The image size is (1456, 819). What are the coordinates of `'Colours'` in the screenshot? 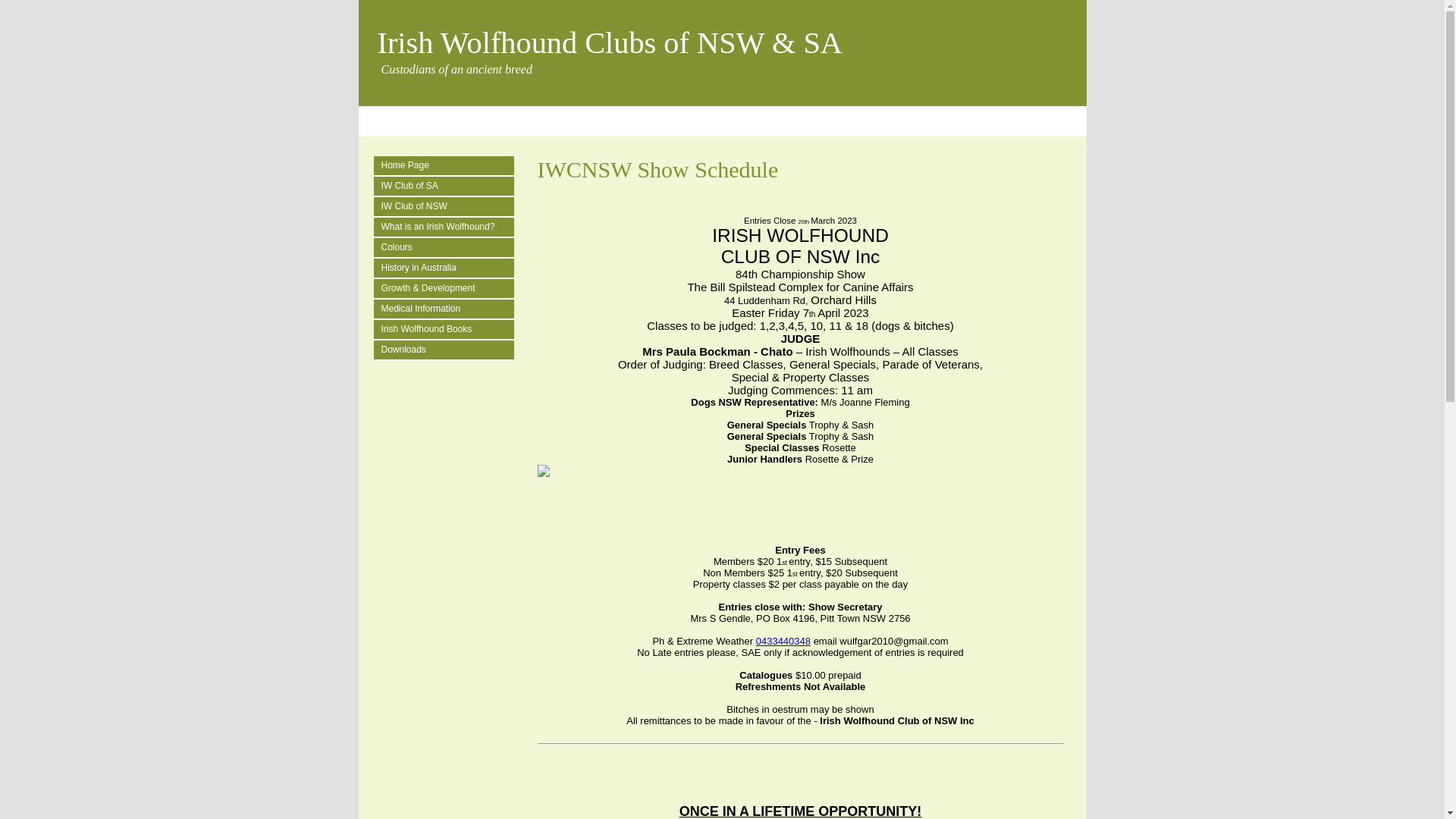 It's located at (446, 246).